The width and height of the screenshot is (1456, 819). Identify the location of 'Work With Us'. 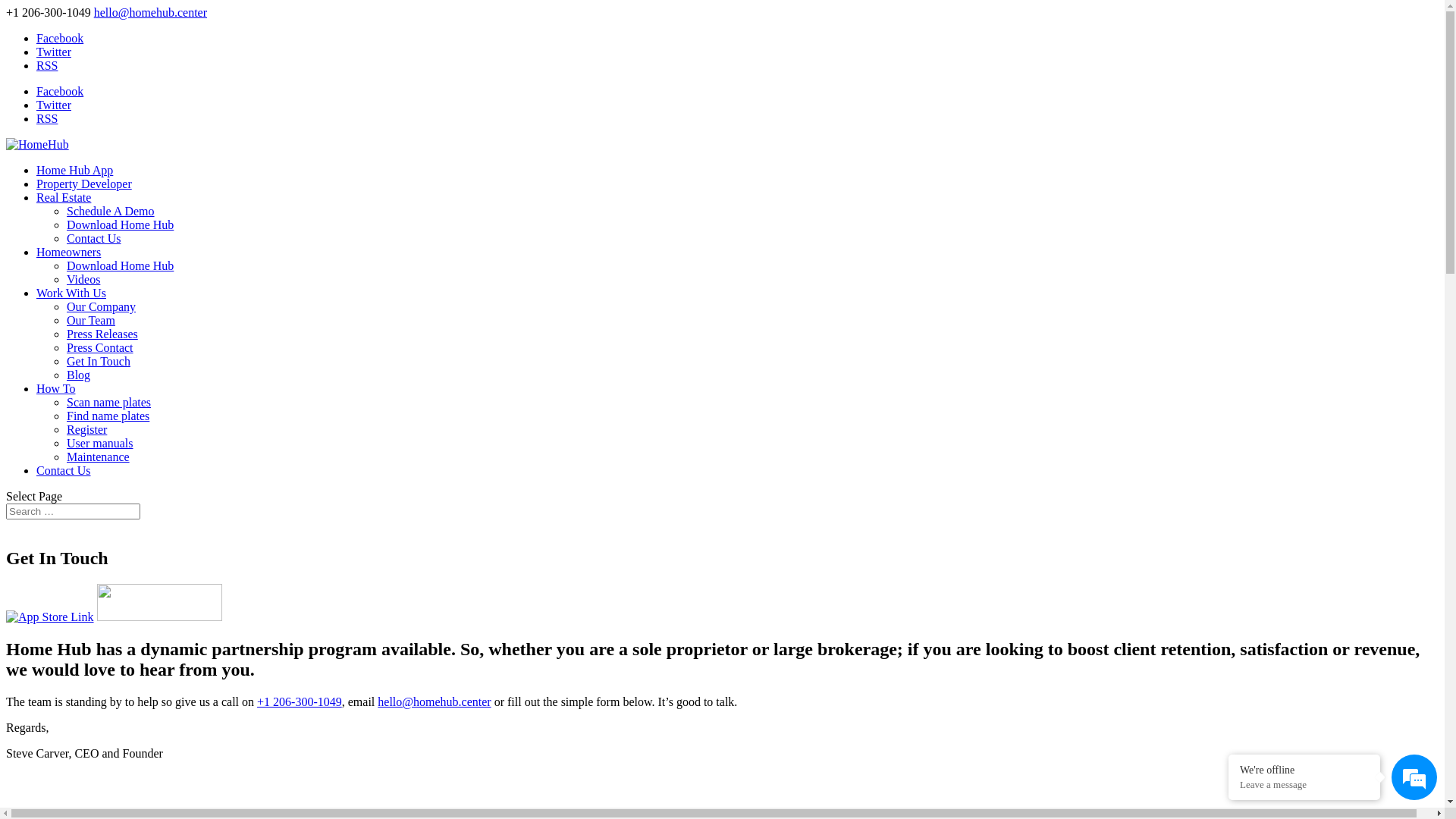
(71, 293).